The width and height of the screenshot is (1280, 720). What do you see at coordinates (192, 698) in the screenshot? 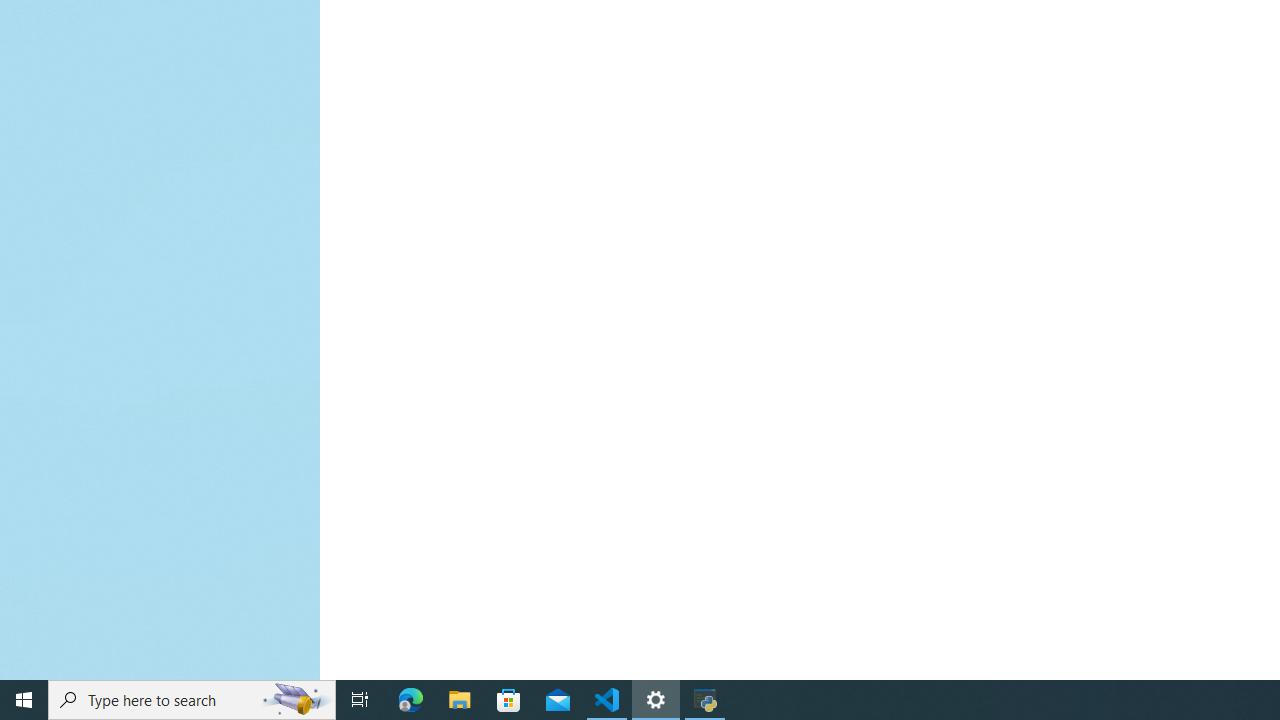
I see `'Type here to search'` at bounding box center [192, 698].